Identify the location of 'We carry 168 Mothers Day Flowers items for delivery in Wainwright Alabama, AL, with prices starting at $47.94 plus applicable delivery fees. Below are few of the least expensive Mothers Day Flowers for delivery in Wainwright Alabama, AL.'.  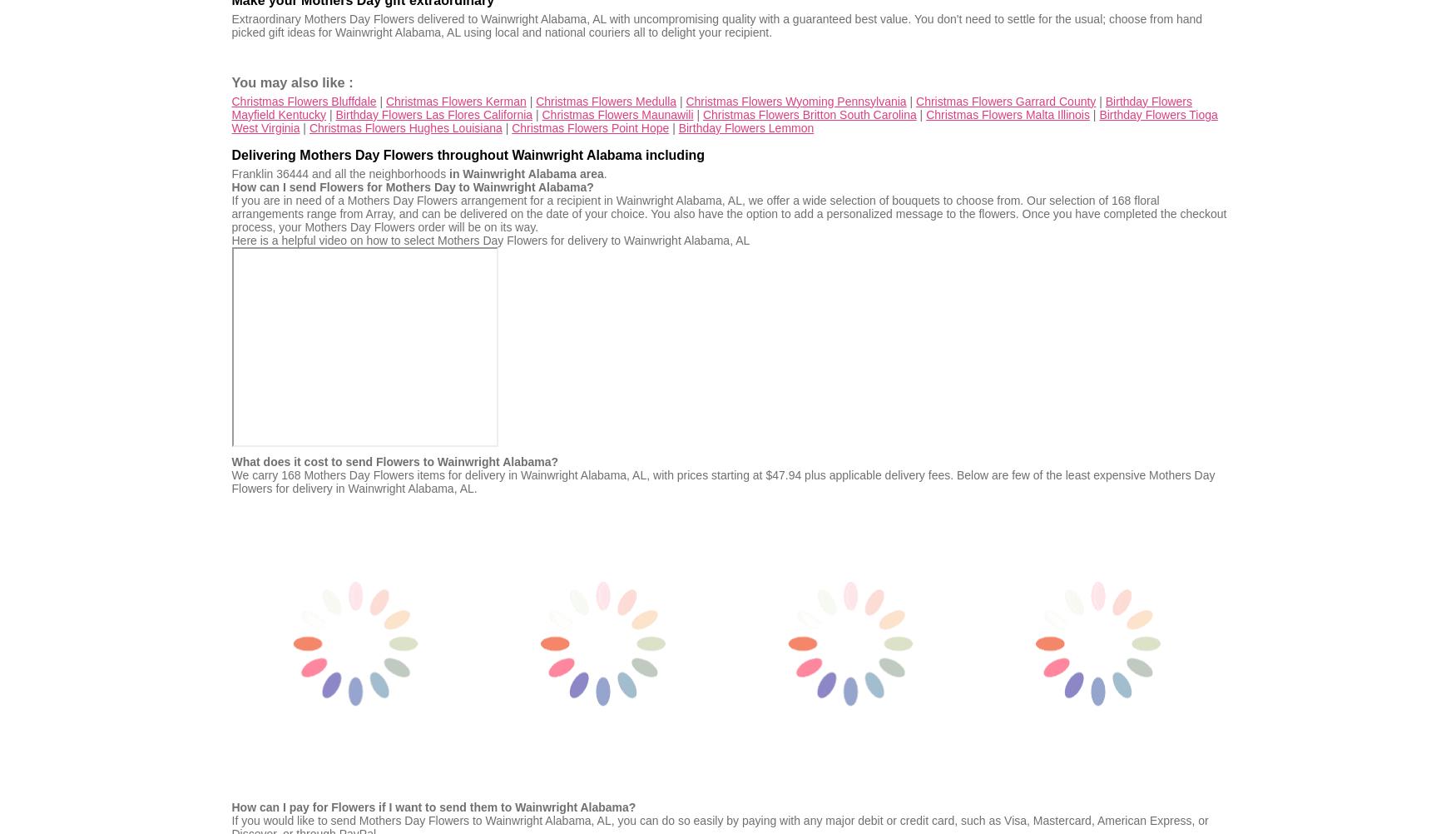
(723, 480).